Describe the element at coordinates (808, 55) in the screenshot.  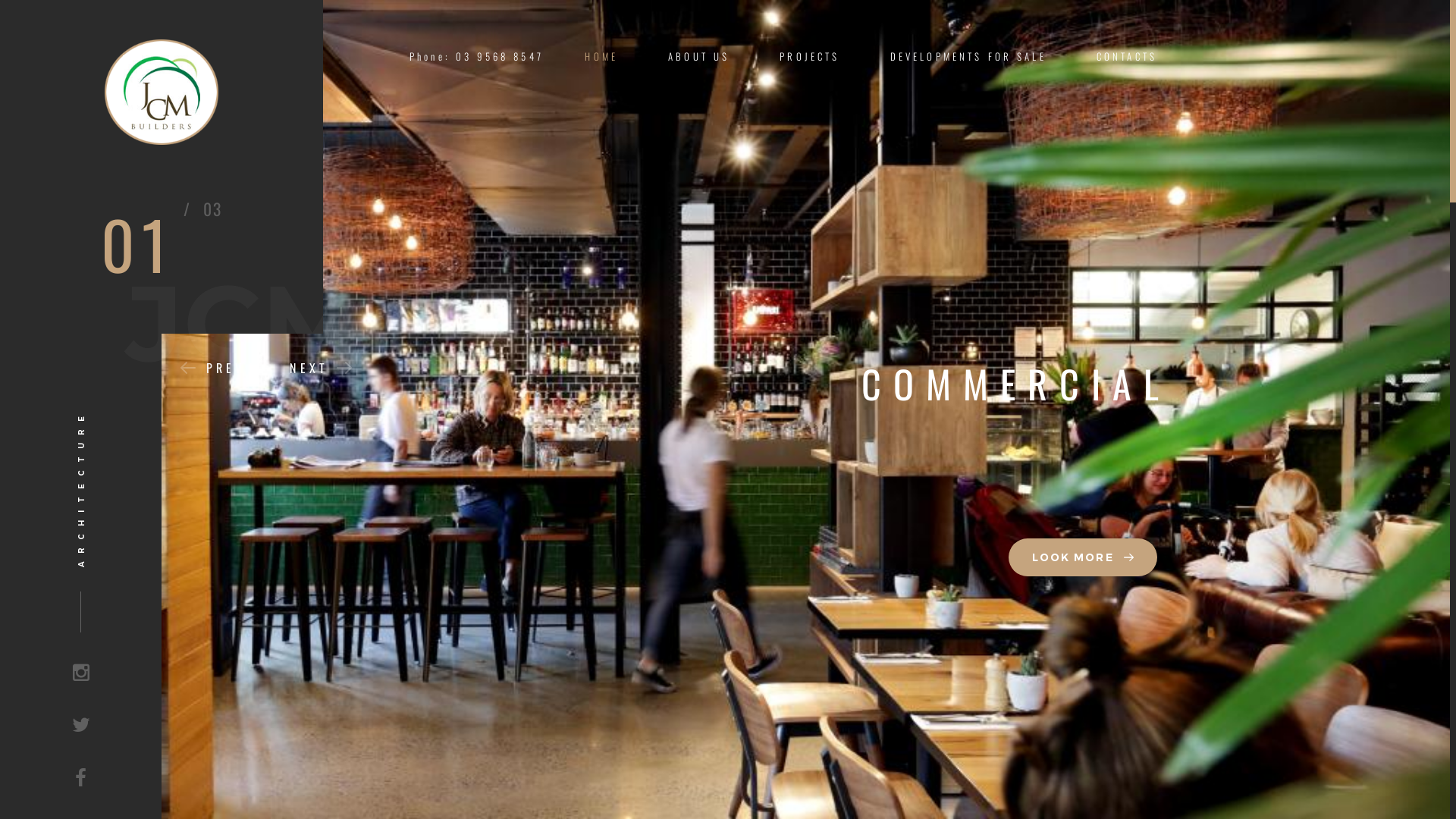
I see `'PROJECTS'` at that location.